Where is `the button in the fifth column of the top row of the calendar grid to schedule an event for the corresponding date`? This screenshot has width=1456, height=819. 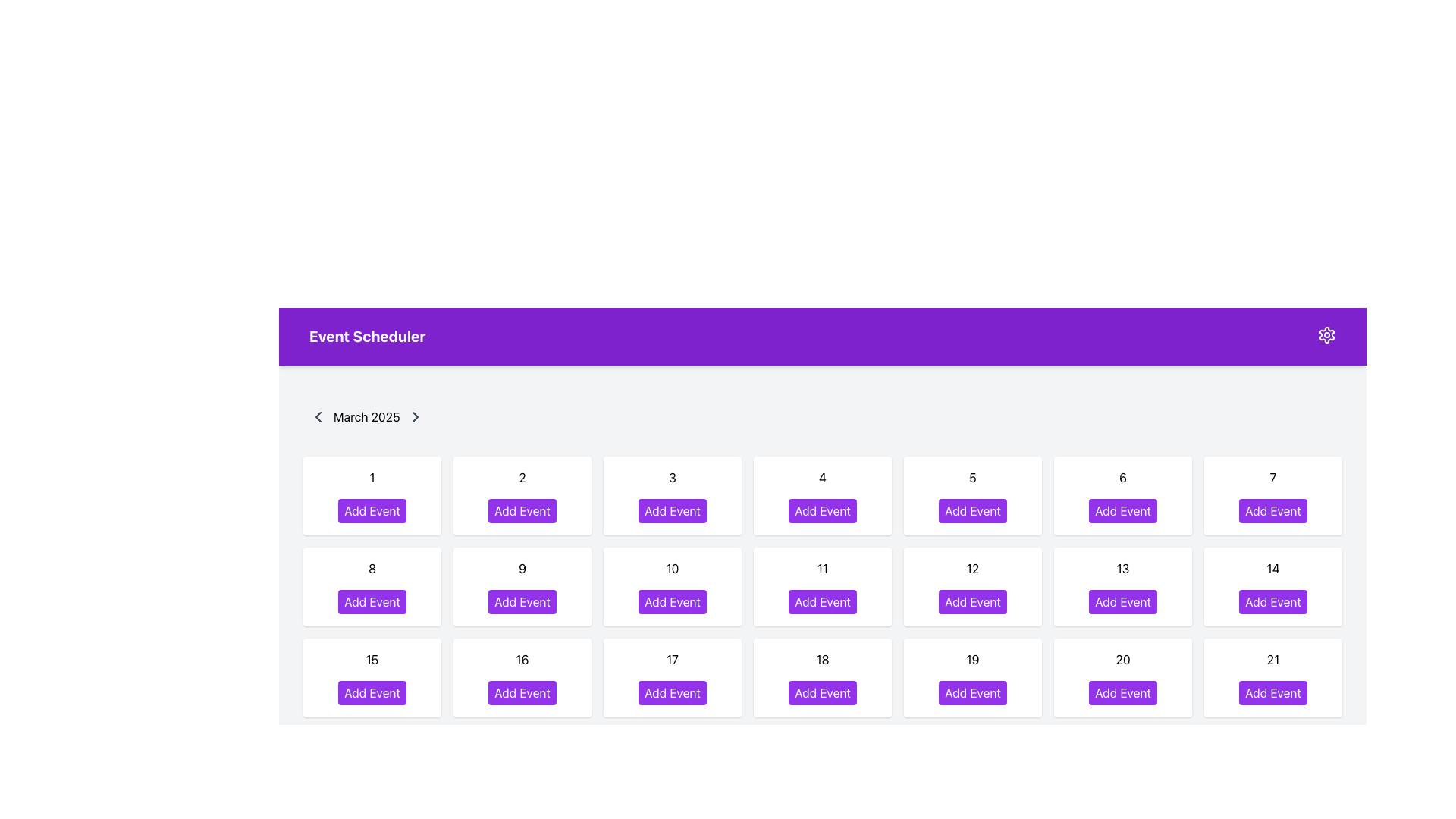
the button in the fifth column of the top row of the calendar grid to schedule an event for the corresponding date is located at coordinates (972, 511).